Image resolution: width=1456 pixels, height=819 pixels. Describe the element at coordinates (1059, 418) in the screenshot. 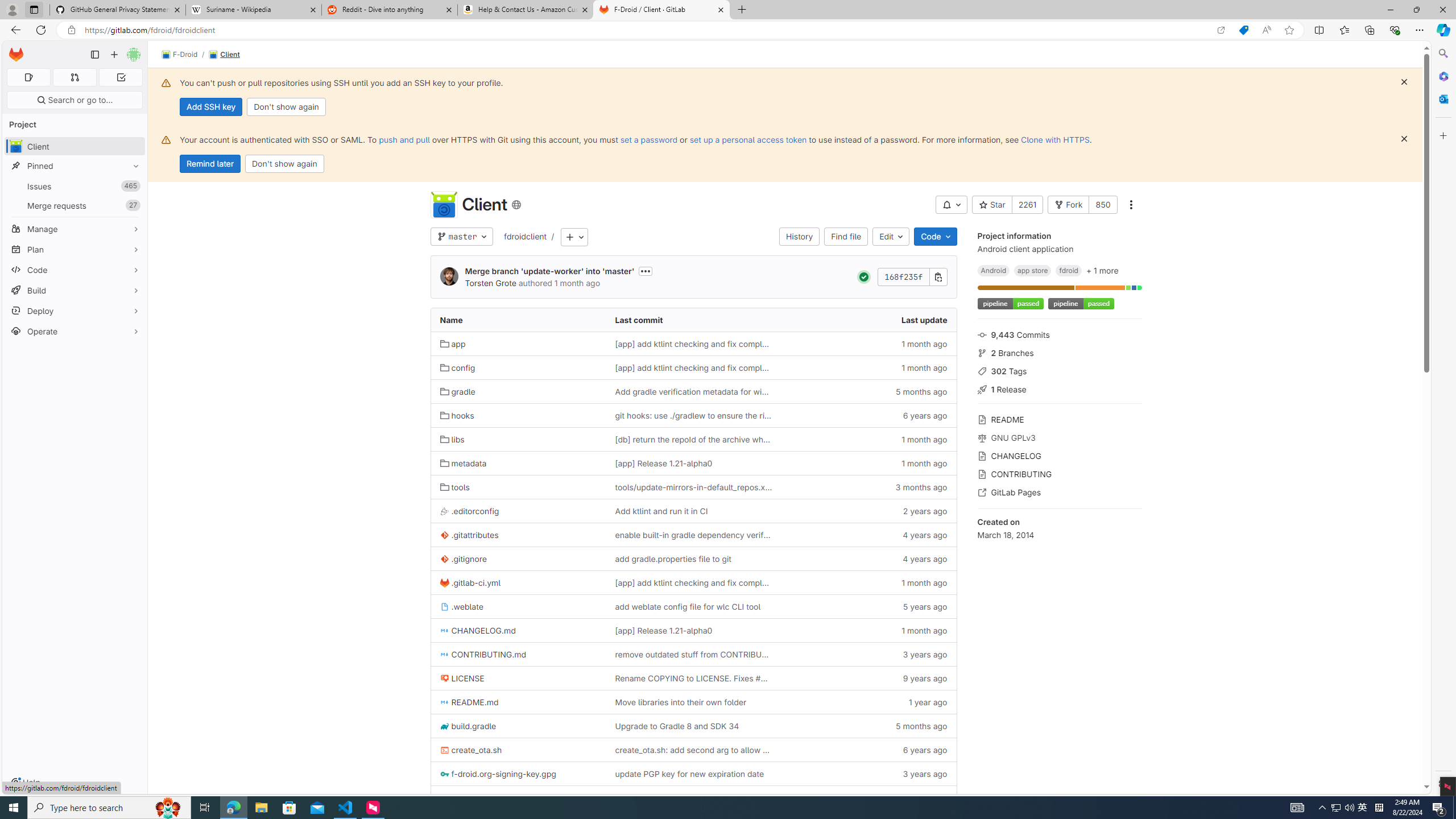

I see `'README'` at that location.